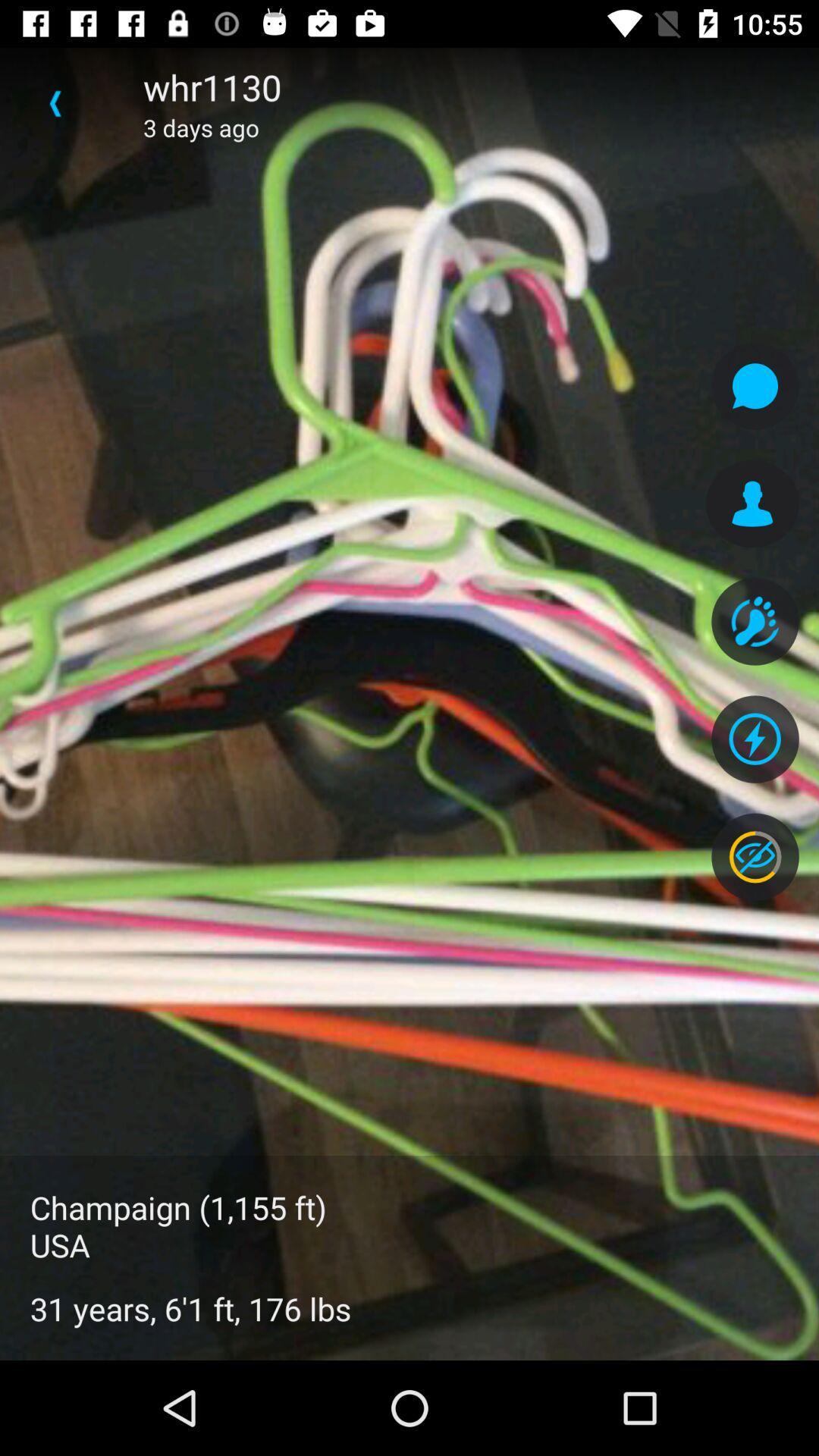 The image size is (819, 1456). Describe the element at coordinates (55, 102) in the screenshot. I see `item above champaign 1 155` at that location.